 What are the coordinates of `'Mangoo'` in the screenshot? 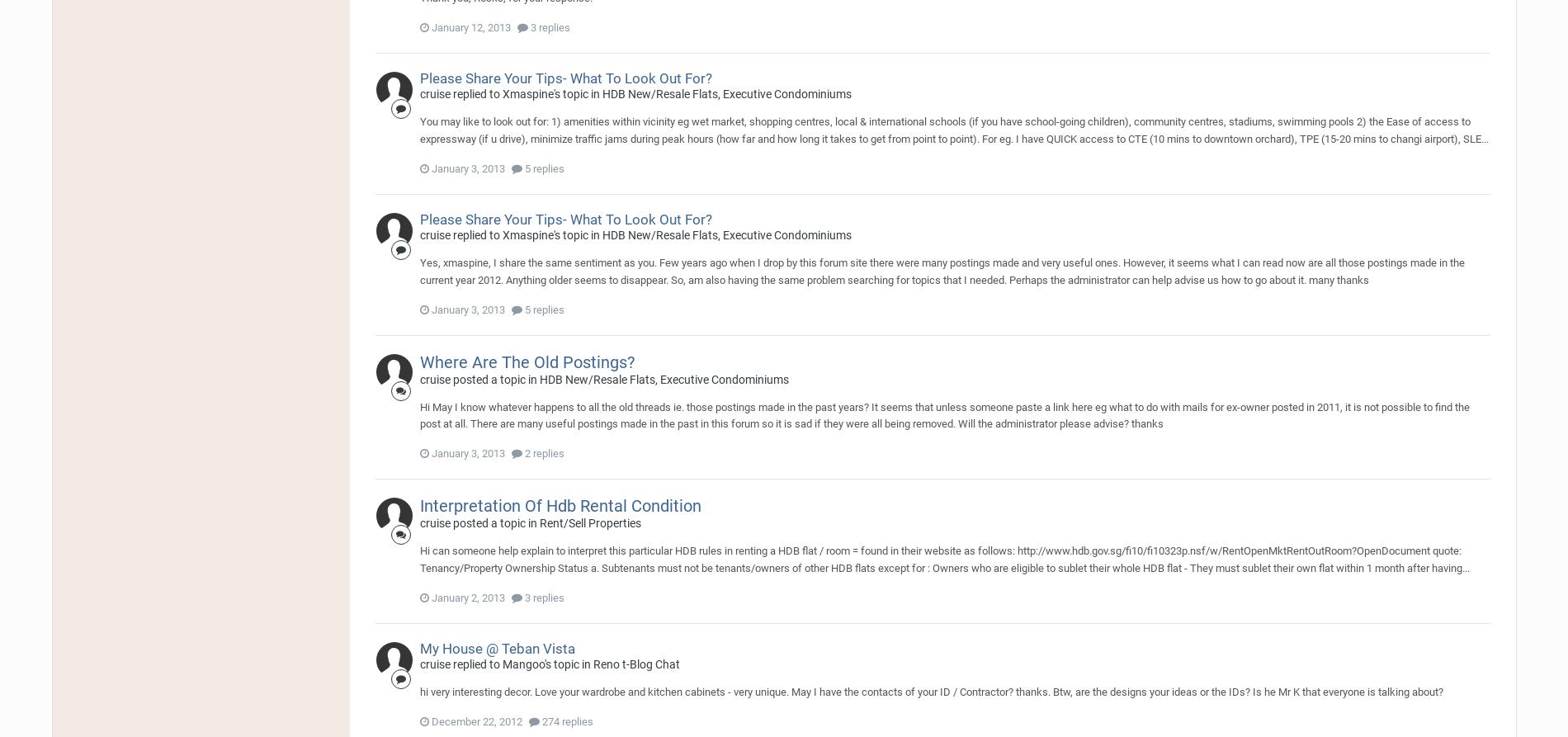 It's located at (522, 664).